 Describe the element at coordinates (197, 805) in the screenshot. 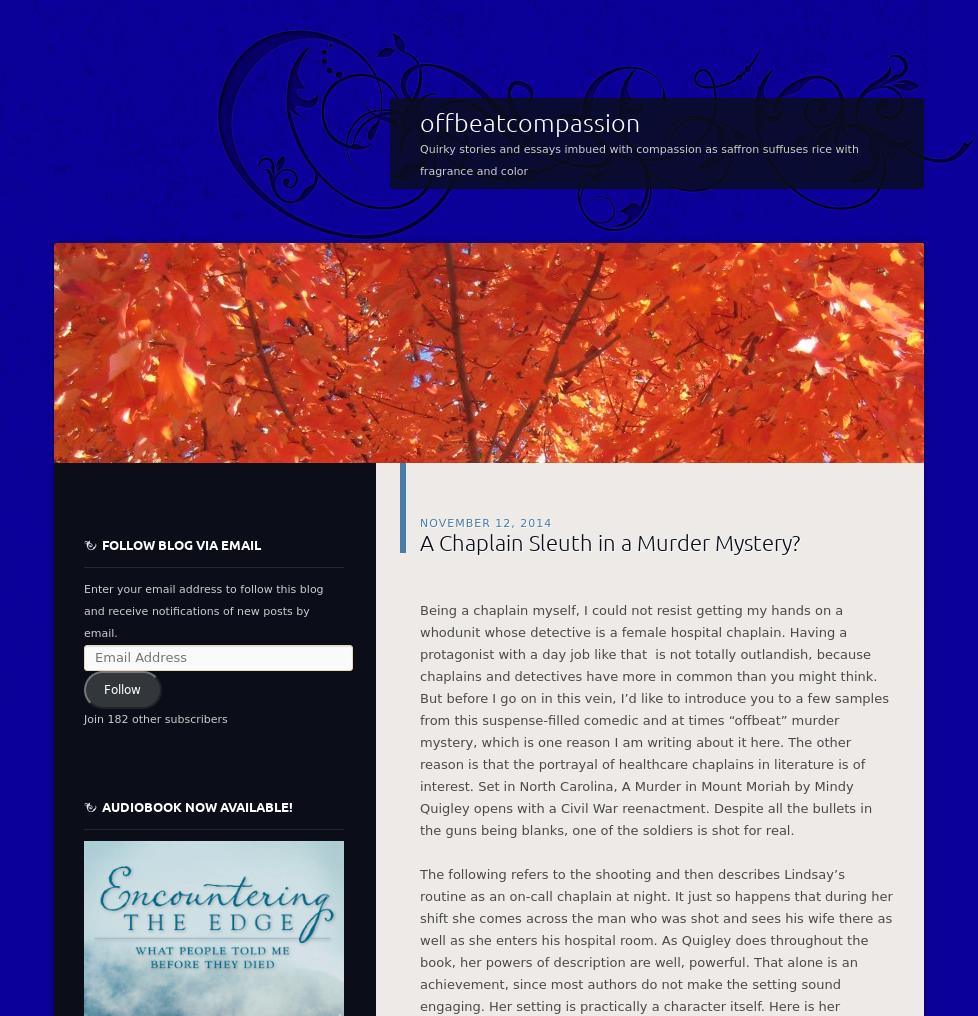

I see `'Audiobook now available!'` at that location.